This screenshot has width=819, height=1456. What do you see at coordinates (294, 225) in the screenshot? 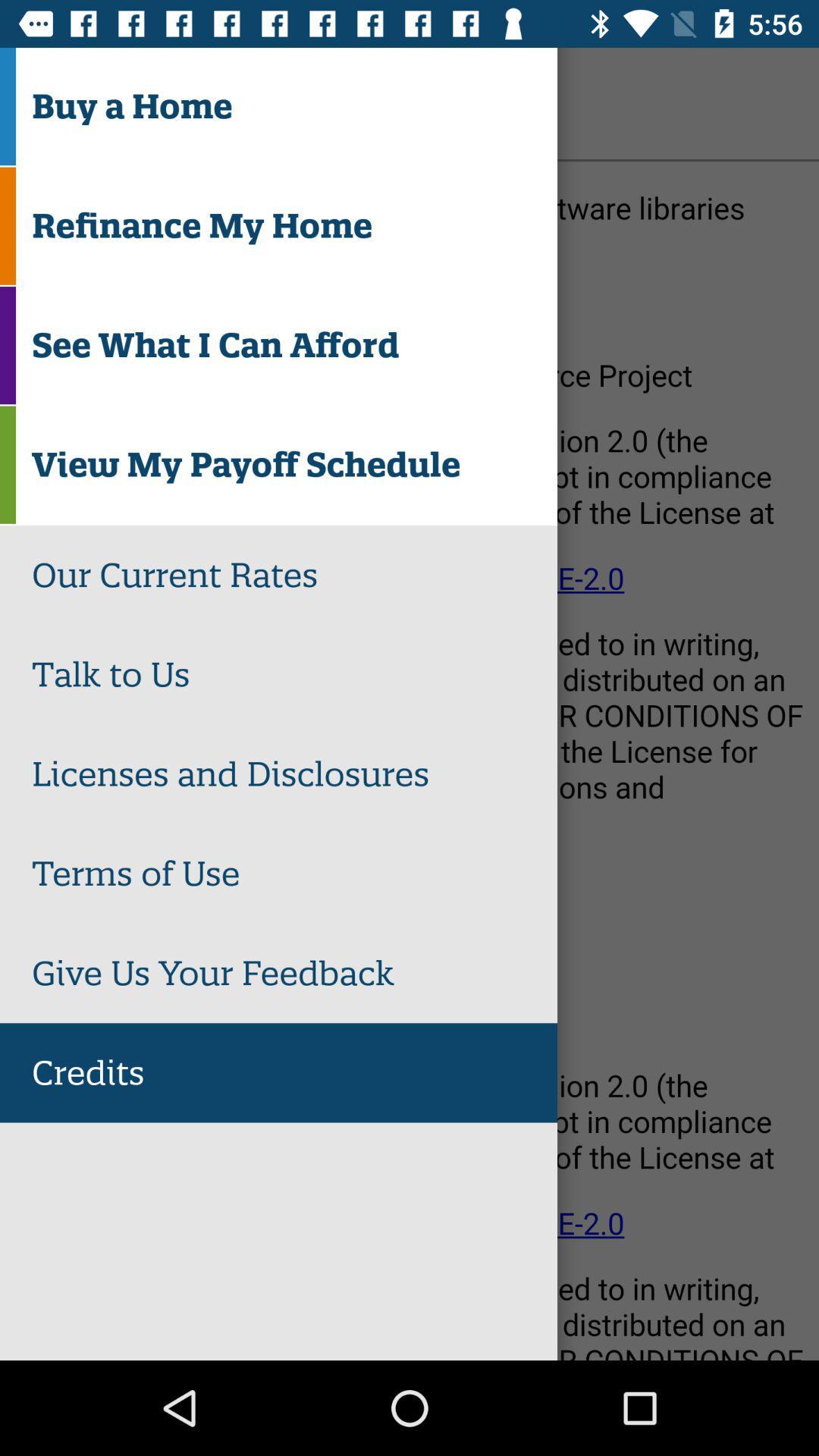
I see `the refinance my home` at bounding box center [294, 225].